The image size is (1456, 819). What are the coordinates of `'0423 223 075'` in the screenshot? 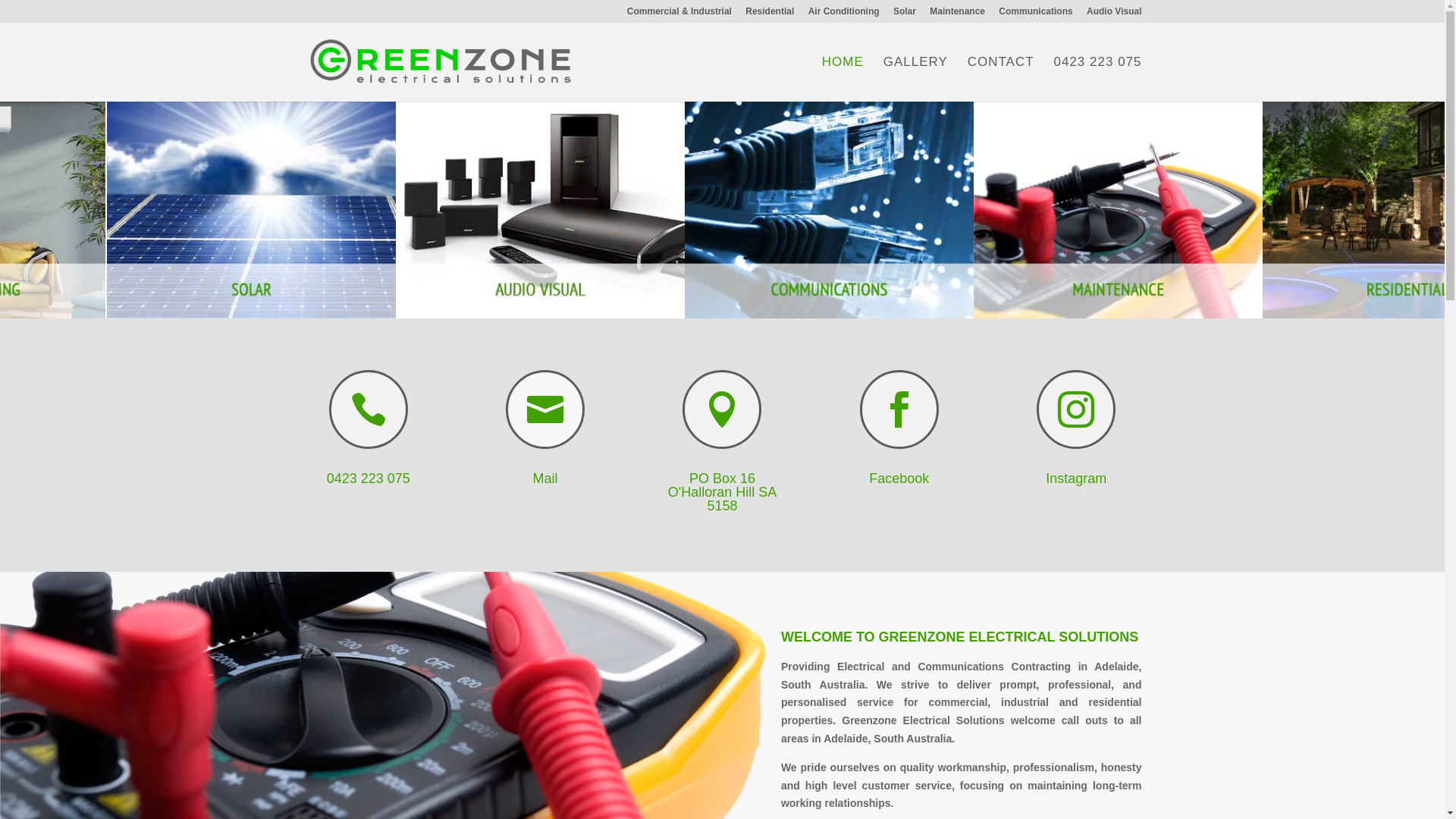 It's located at (326, 479).